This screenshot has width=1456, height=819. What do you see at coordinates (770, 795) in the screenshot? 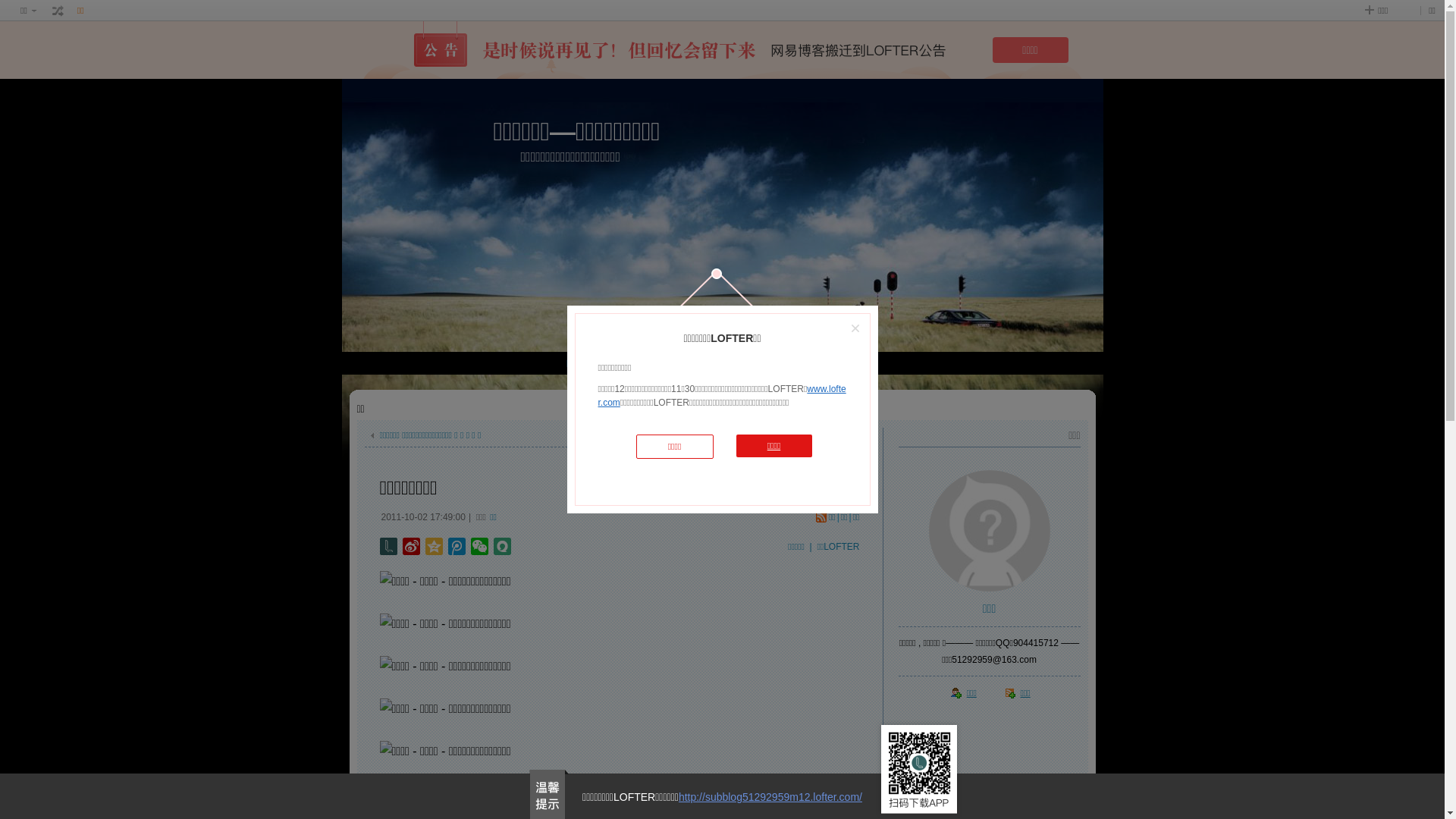
I see `'http://subblog51292959m12.lofter.com/'` at bounding box center [770, 795].